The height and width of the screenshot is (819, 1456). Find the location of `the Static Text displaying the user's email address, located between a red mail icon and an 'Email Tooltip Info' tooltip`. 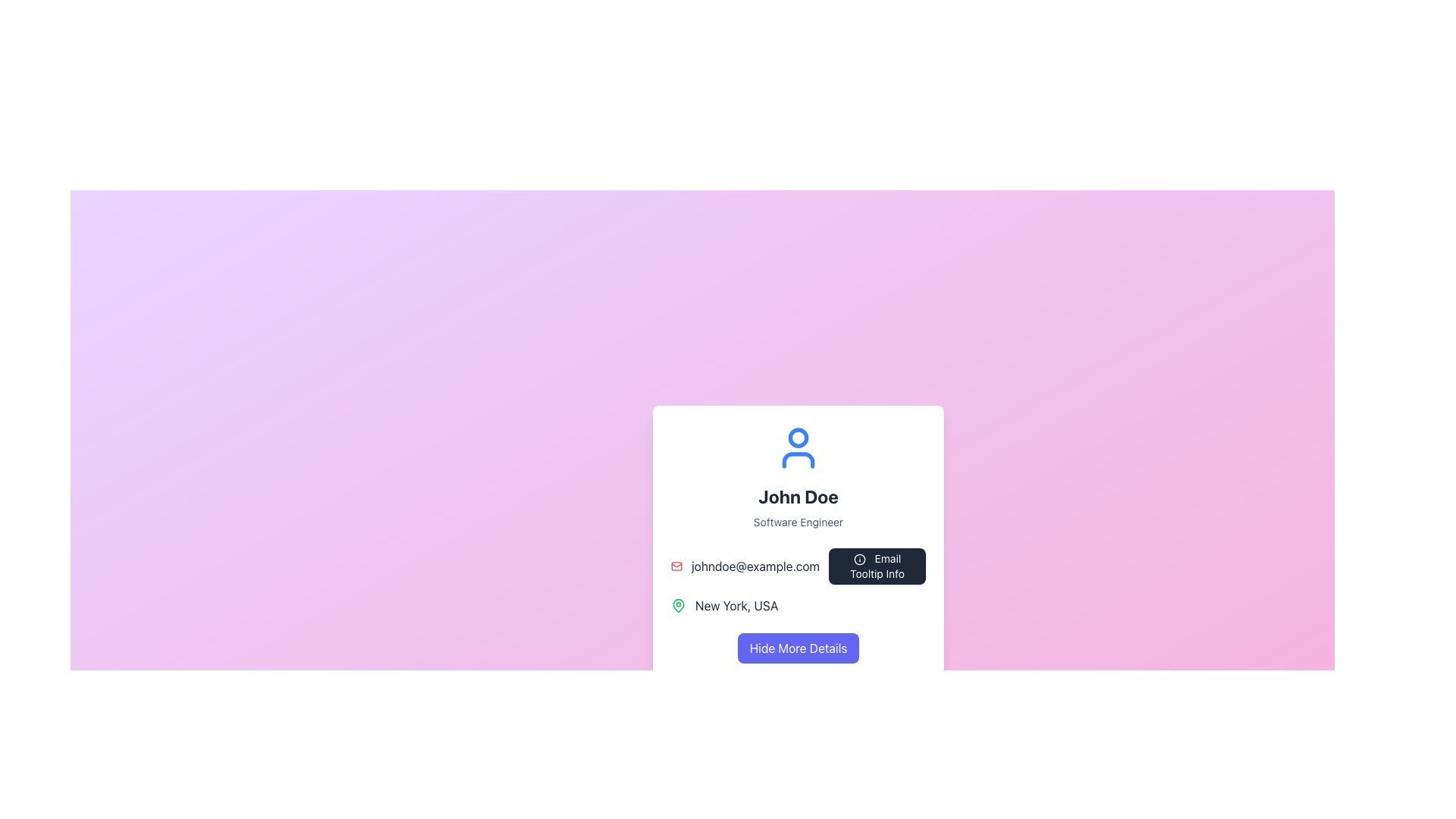

the Static Text displaying the user's email address, located between a red mail icon and an 'Email Tooltip Info' tooltip is located at coordinates (755, 566).